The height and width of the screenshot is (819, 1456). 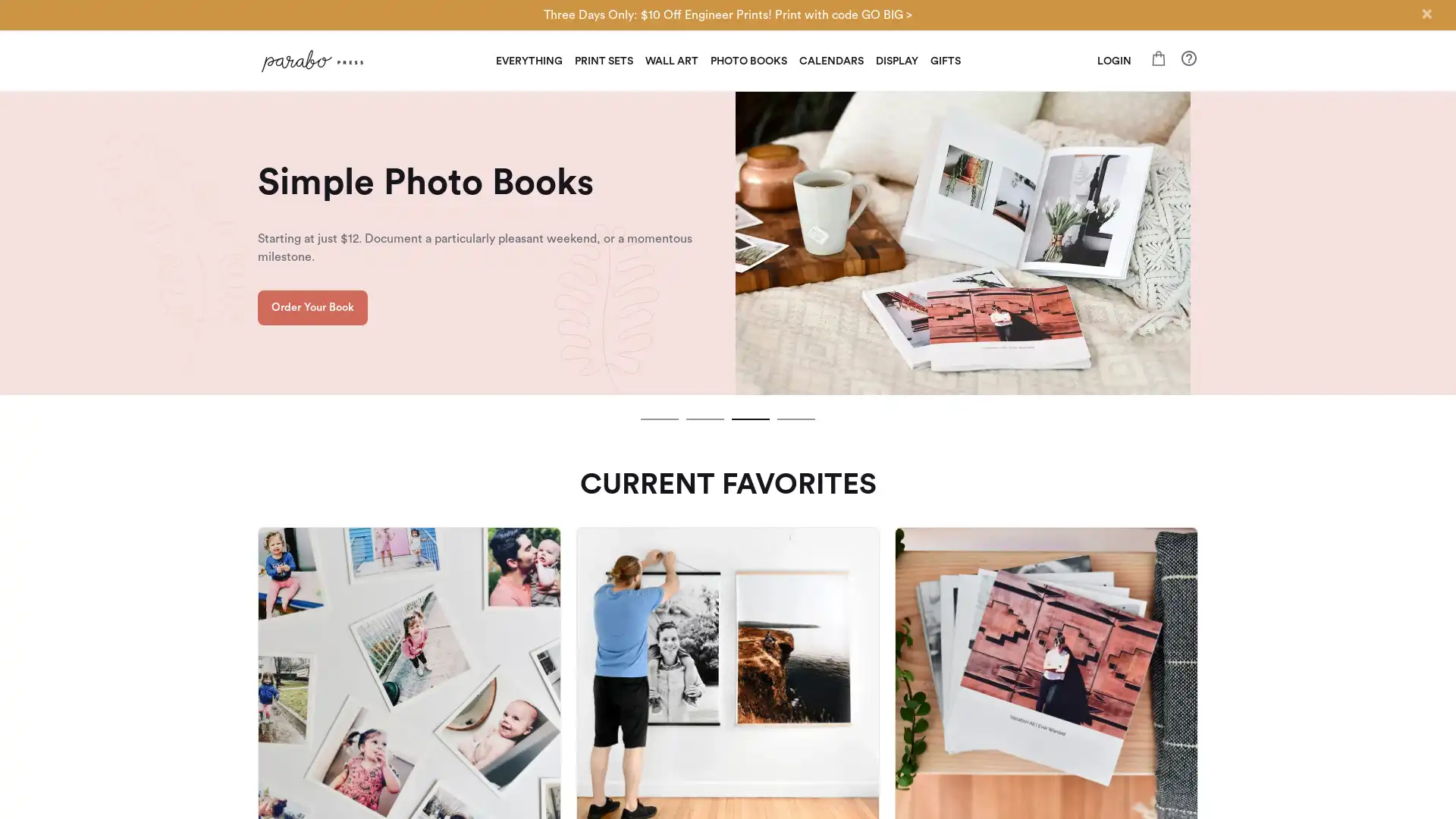 I want to click on slide dot, so click(x=750, y=419).